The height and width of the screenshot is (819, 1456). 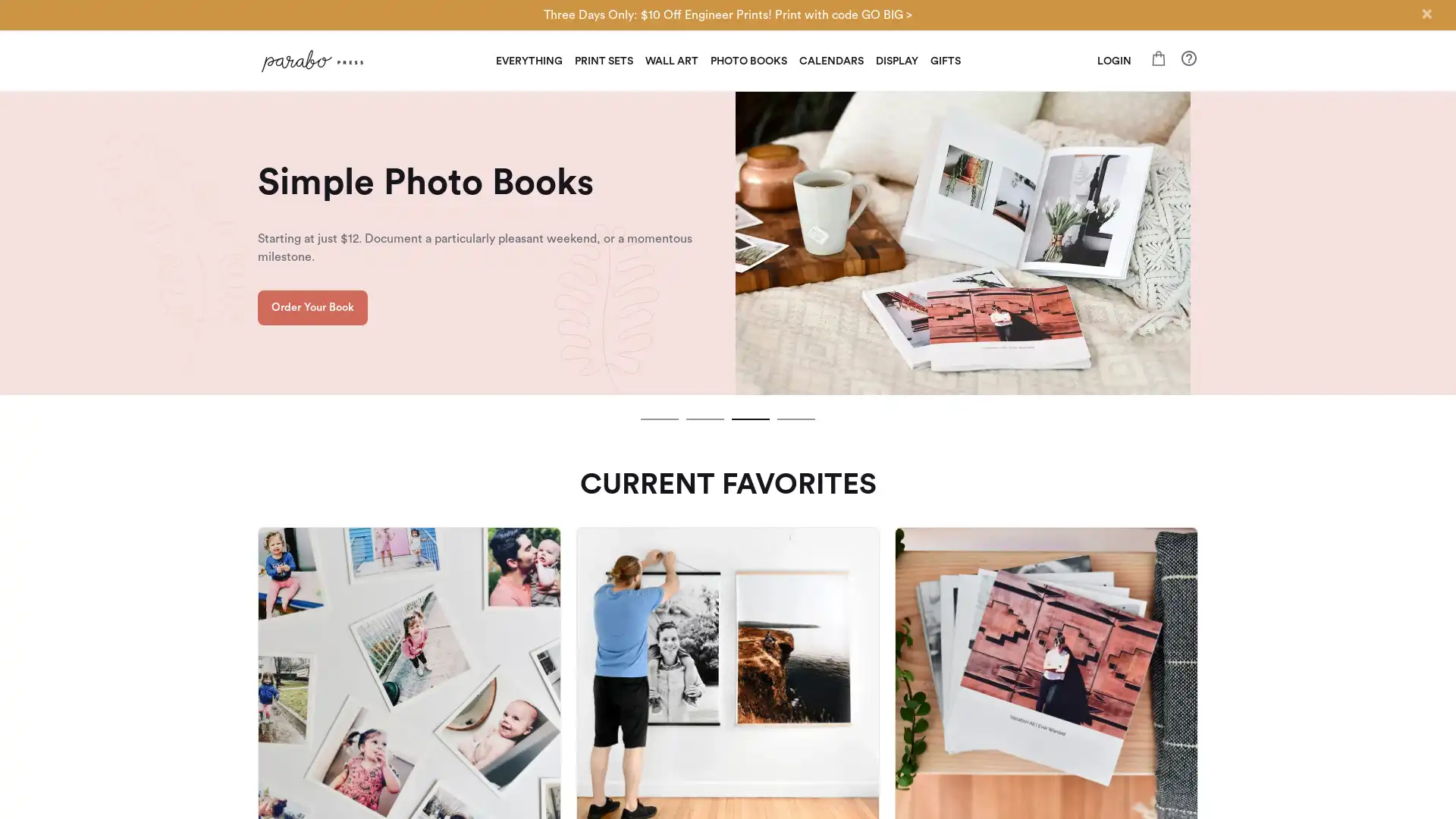 I want to click on slide dot, so click(x=750, y=419).